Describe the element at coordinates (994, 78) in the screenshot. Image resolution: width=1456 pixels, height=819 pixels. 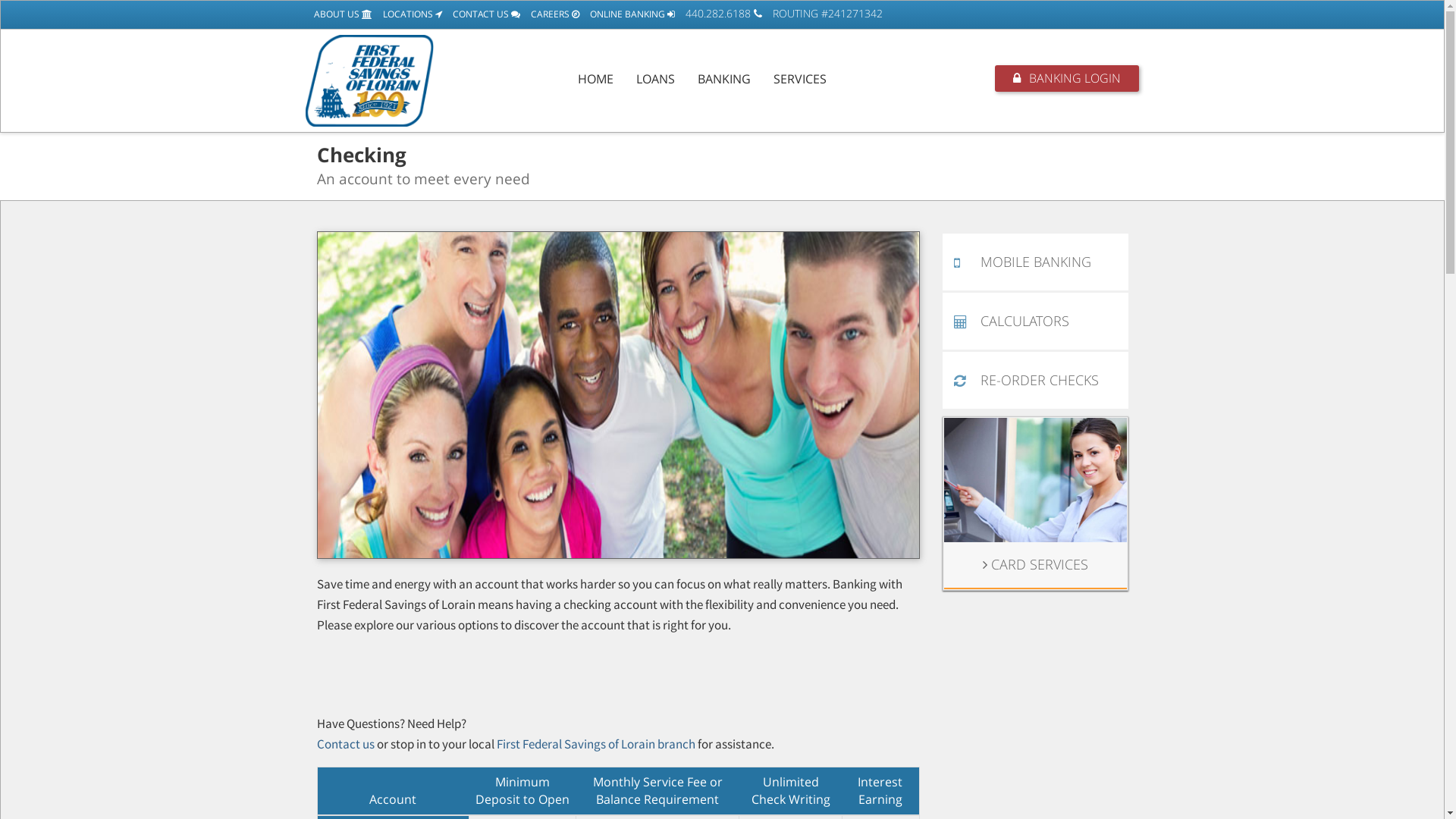
I see `'BANKING LOGIN'` at that location.